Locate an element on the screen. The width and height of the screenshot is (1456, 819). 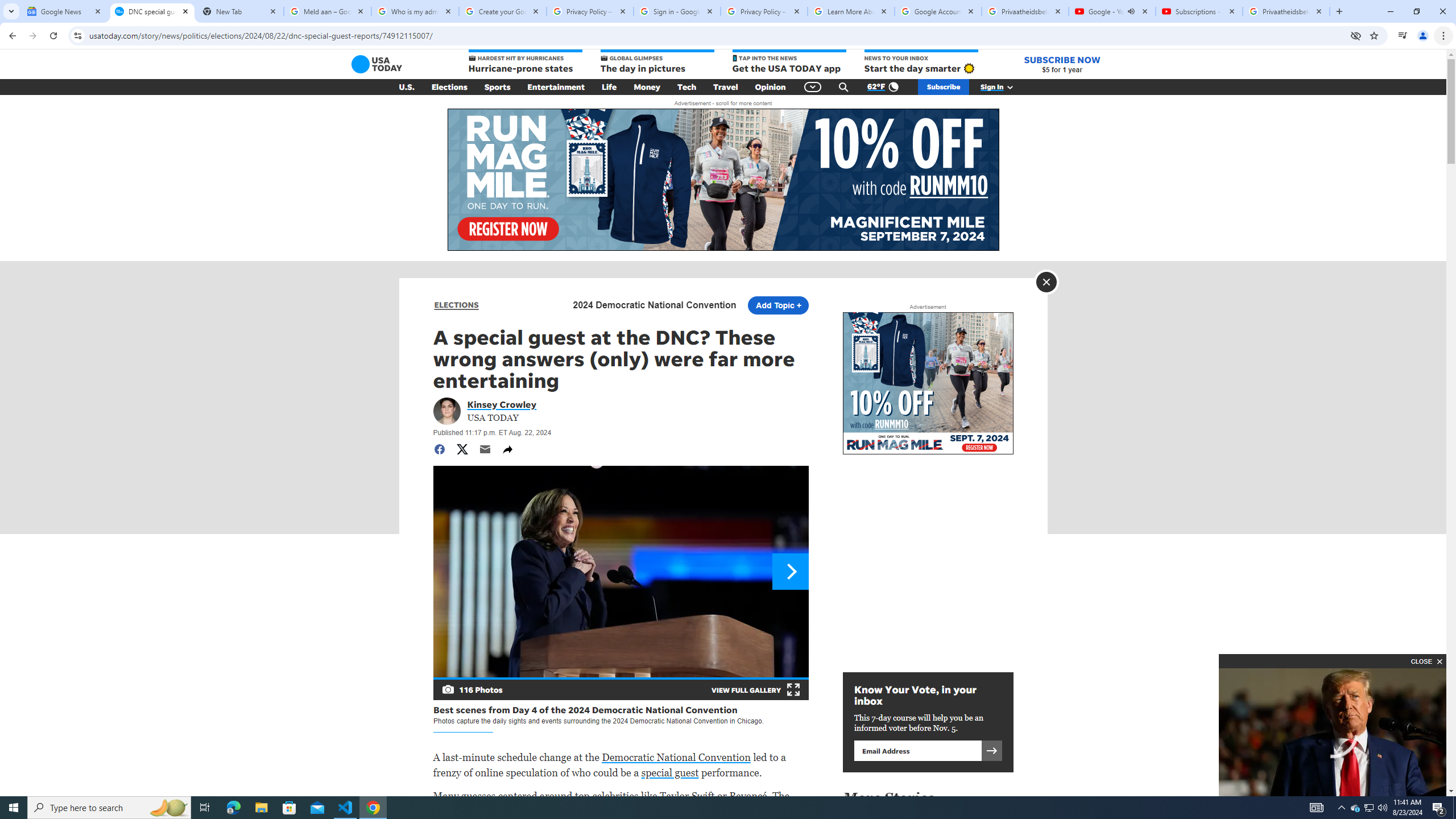
'Opinion' is located at coordinates (770, 87).